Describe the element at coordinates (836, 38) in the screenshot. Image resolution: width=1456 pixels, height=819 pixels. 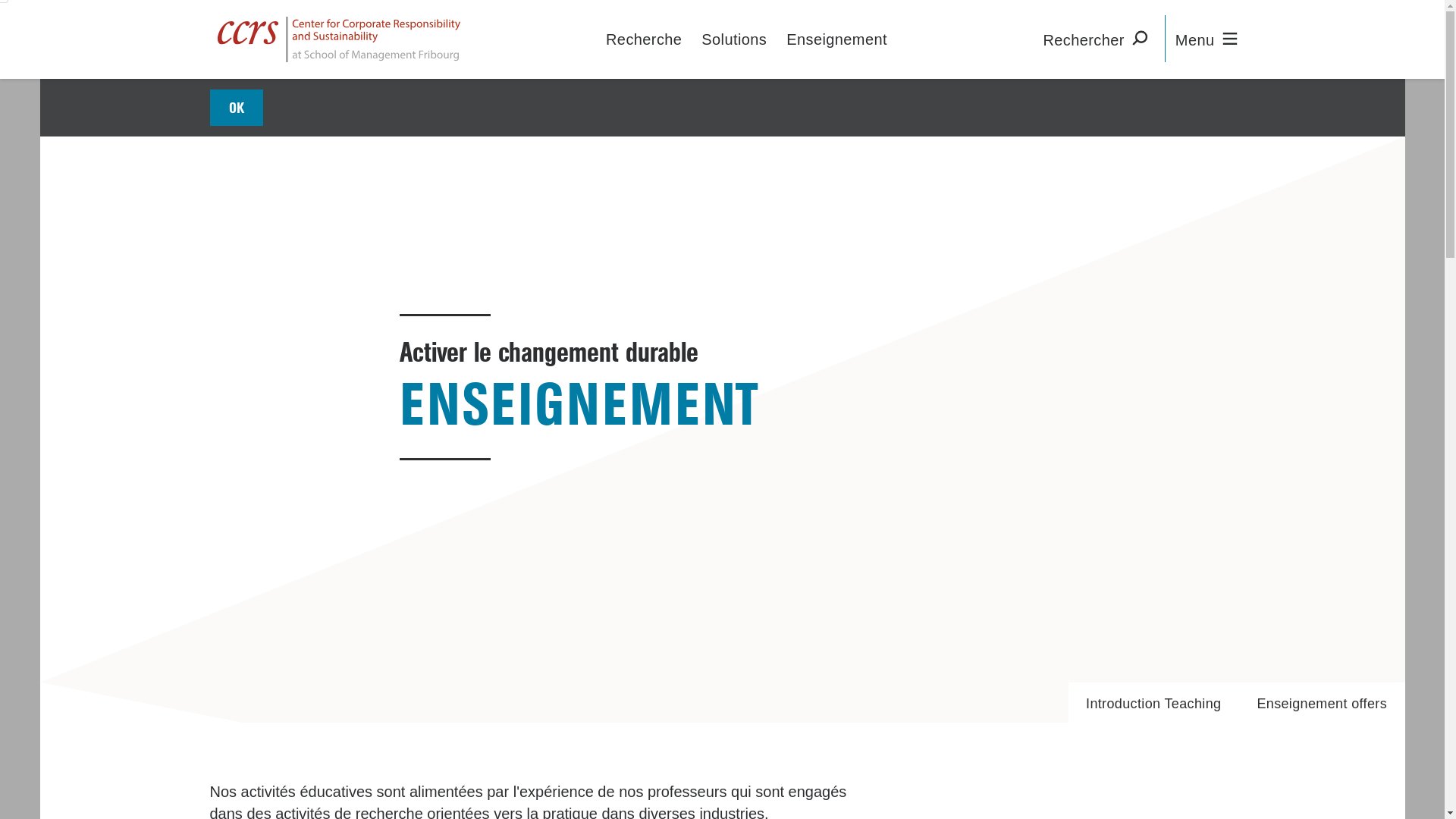
I see `'Enseignement'` at that location.